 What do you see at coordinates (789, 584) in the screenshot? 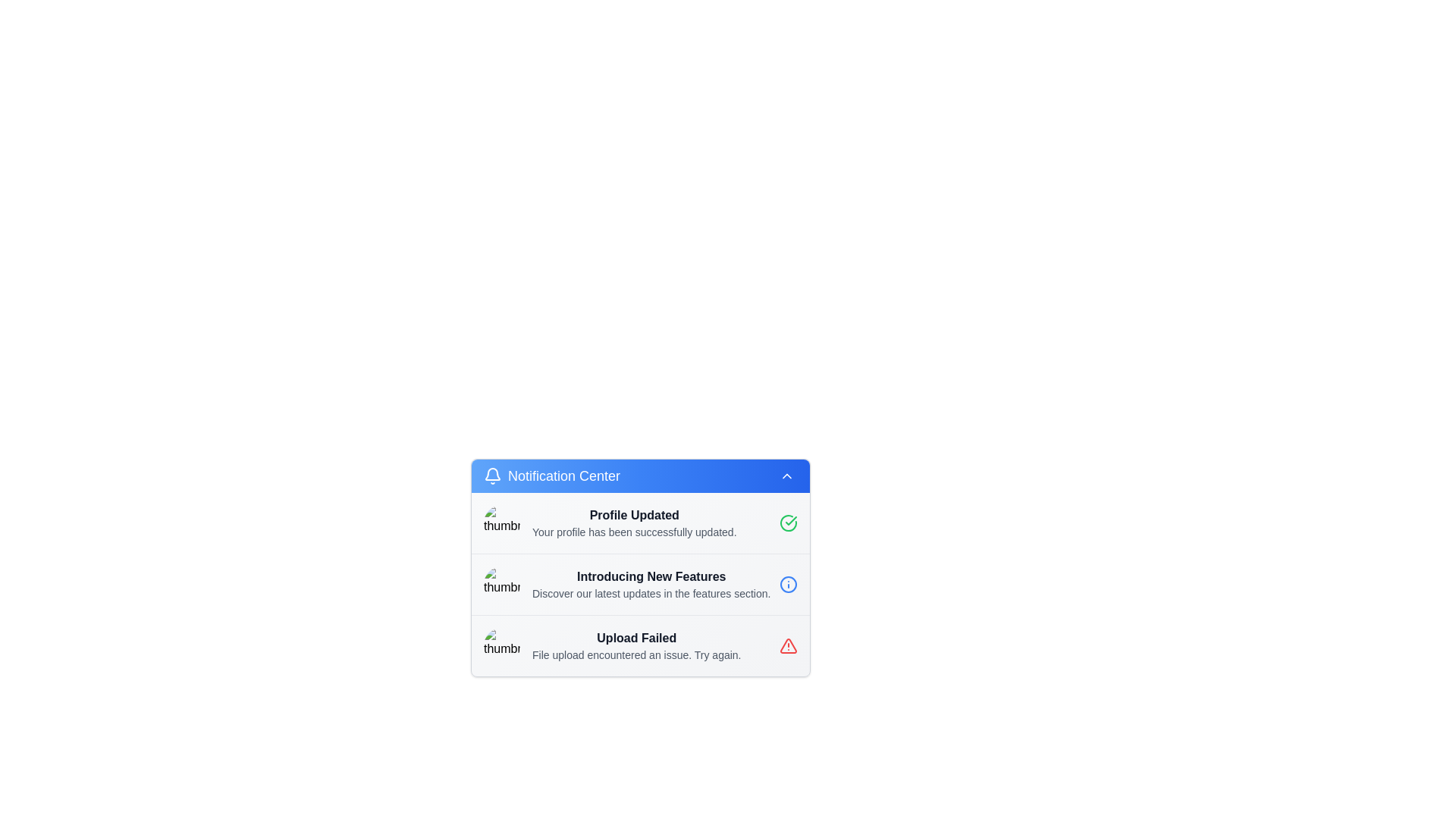
I see `the Circle SVG element that indicates status or additional information within the notification list` at bounding box center [789, 584].